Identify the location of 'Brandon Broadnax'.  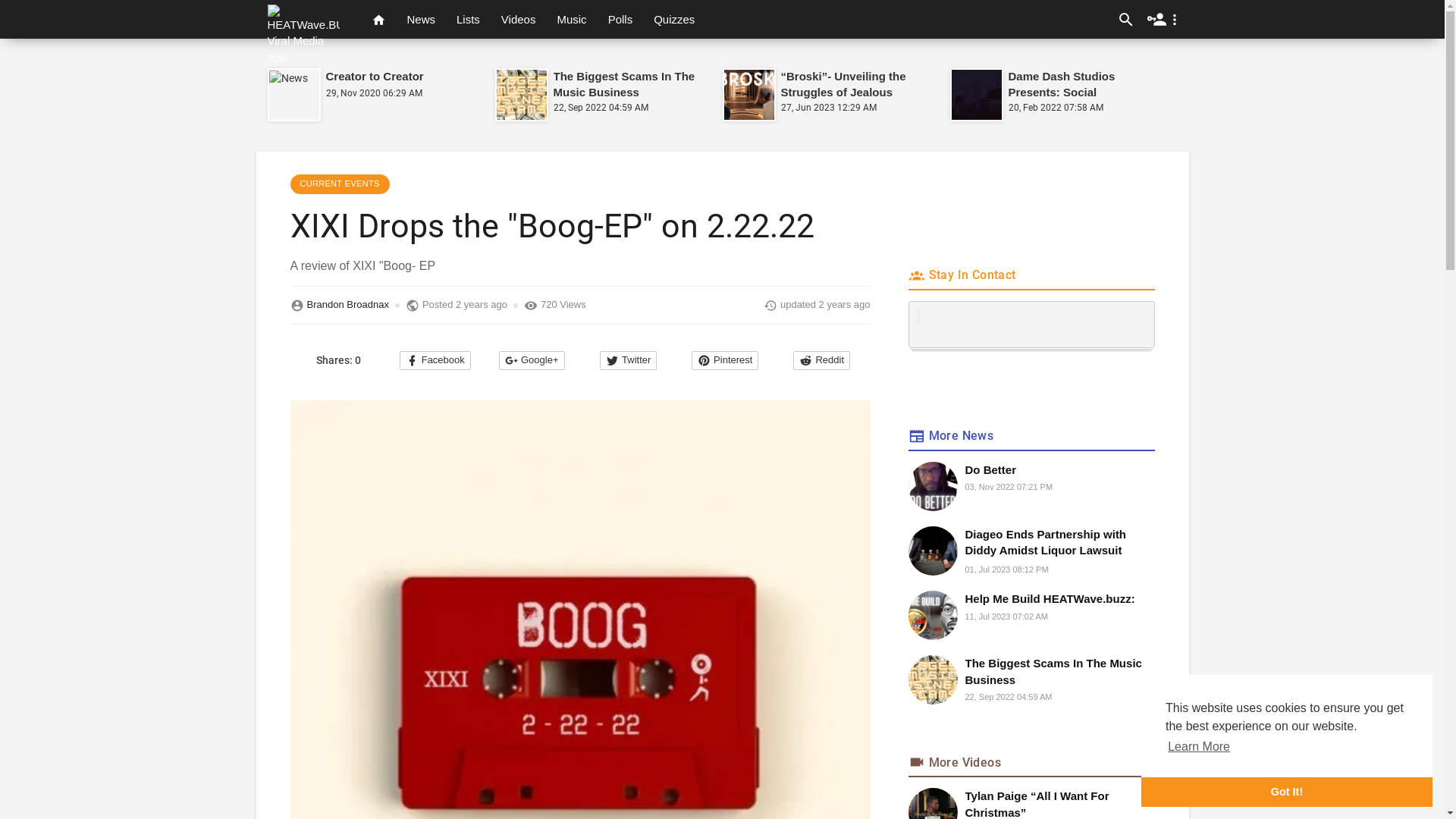
(346, 305).